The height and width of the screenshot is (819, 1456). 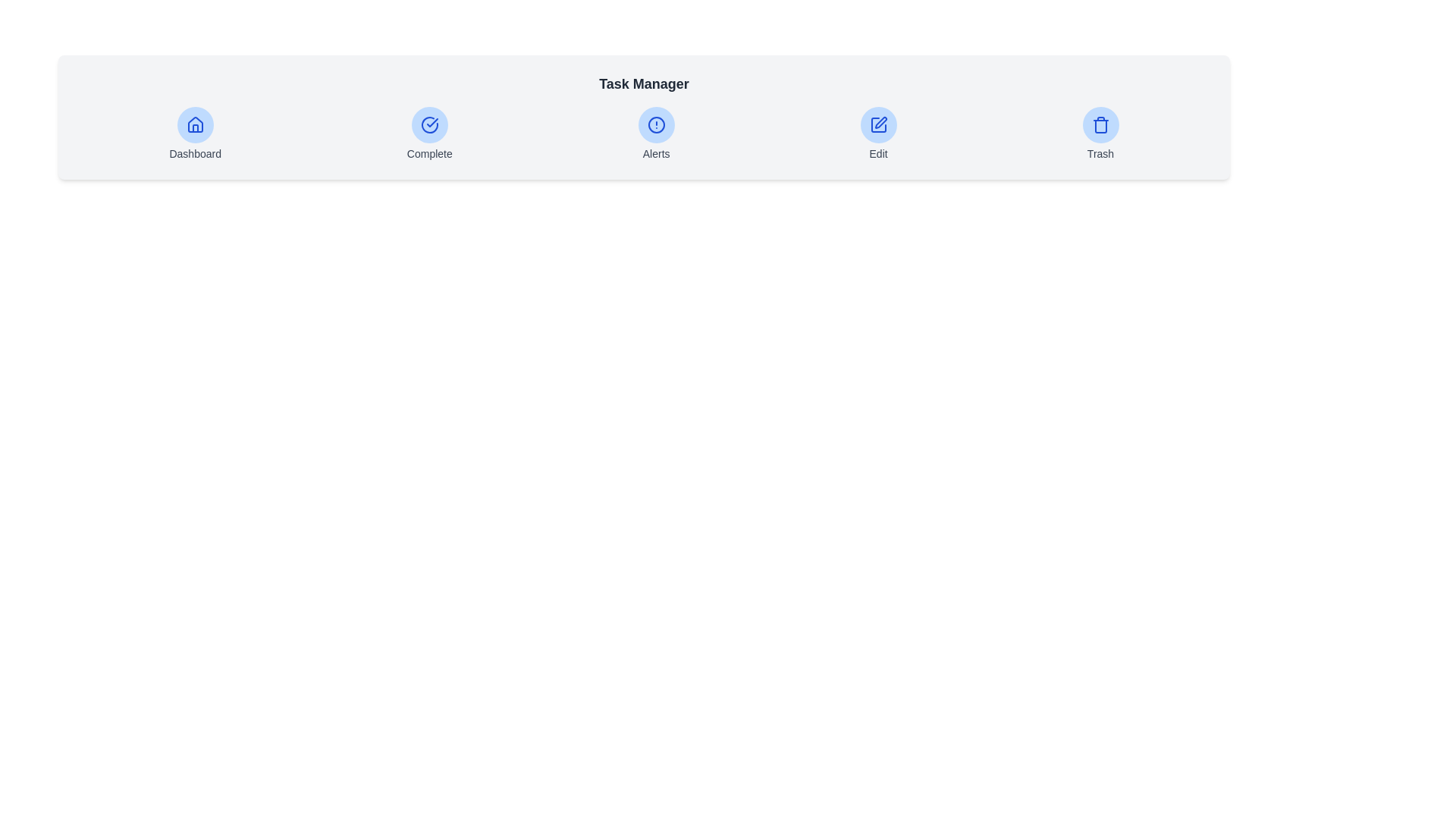 I want to click on the vertical rectangle representing the door of the house icon, located at the bottom-middle of the Dashboard icon, so click(x=194, y=127).